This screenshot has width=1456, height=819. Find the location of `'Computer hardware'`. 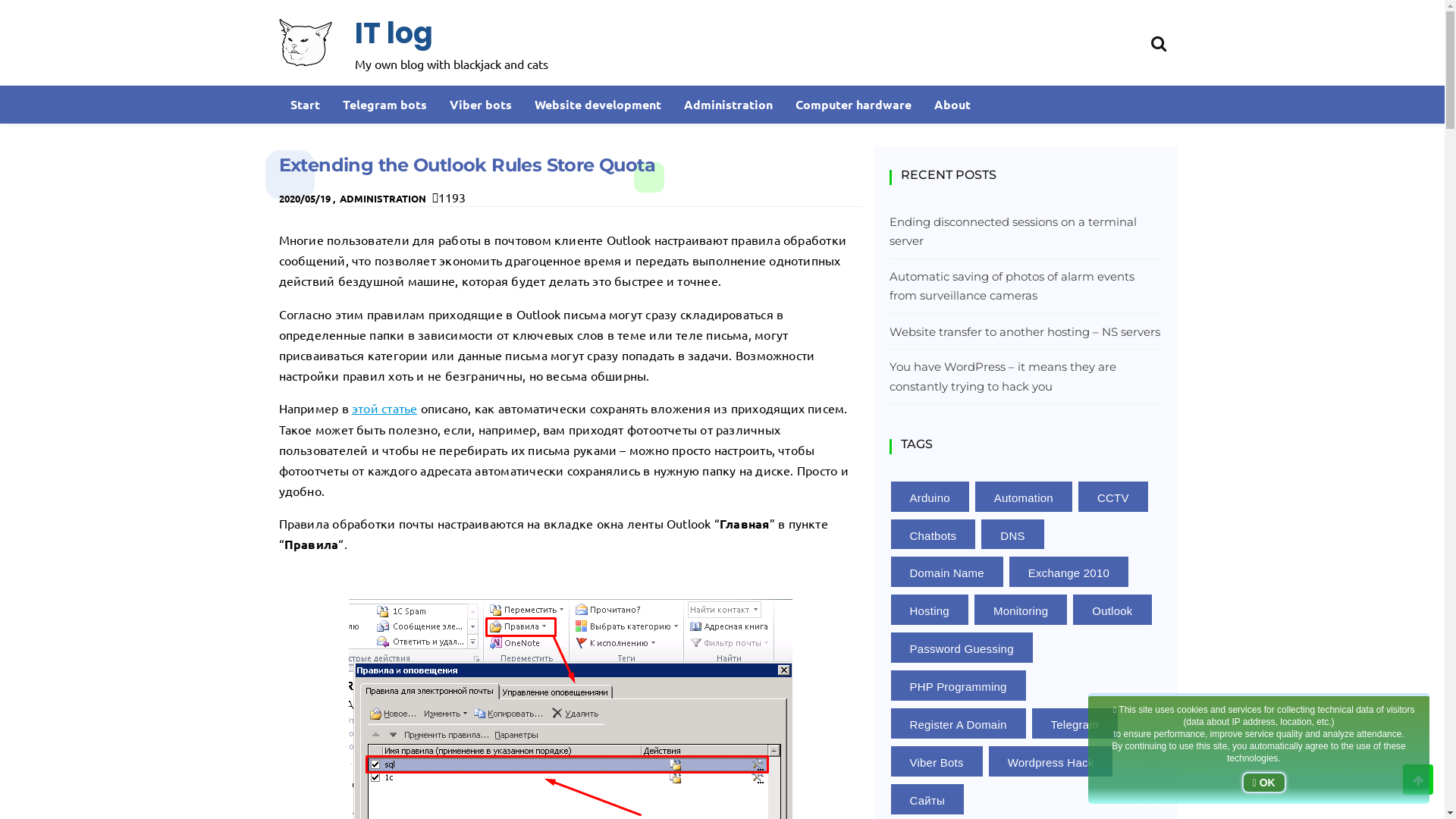

'Computer hardware' is located at coordinates (783, 104).